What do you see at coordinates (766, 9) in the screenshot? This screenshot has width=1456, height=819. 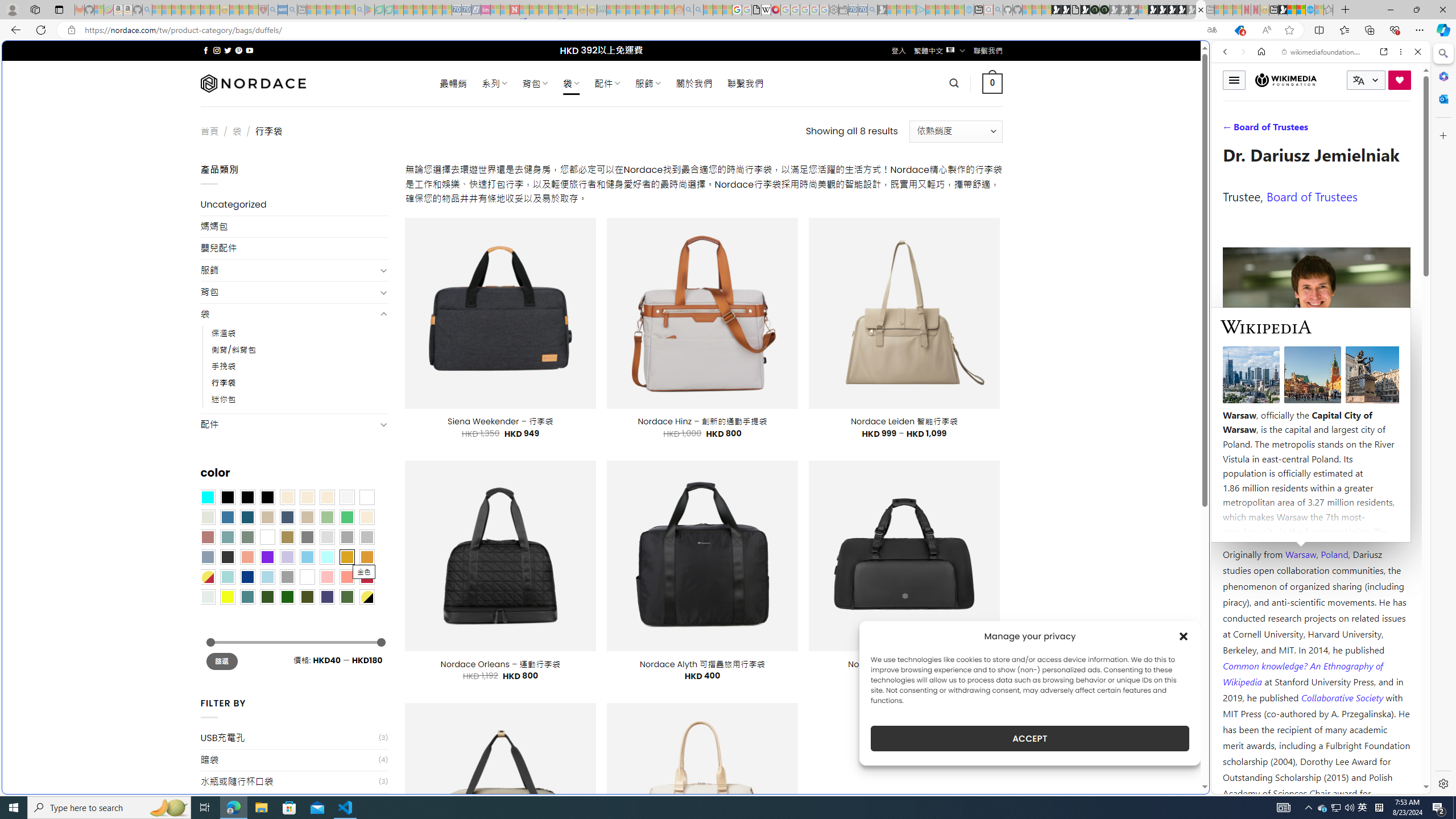 I see `'Target page - Wikipedia'` at bounding box center [766, 9].